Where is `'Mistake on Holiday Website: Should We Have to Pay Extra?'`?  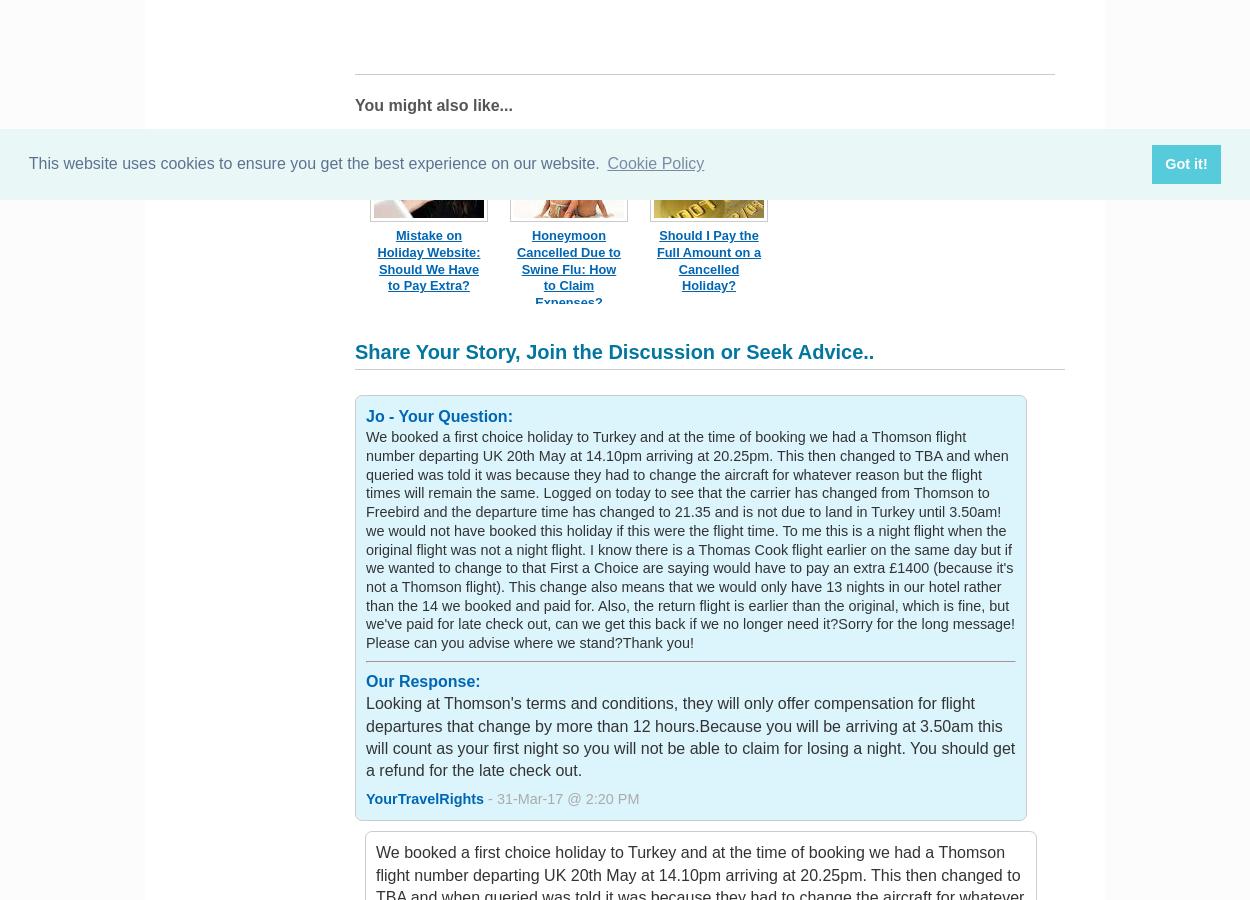 'Mistake on Holiday Website: Should We Have to Pay Extra?' is located at coordinates (428, 259).